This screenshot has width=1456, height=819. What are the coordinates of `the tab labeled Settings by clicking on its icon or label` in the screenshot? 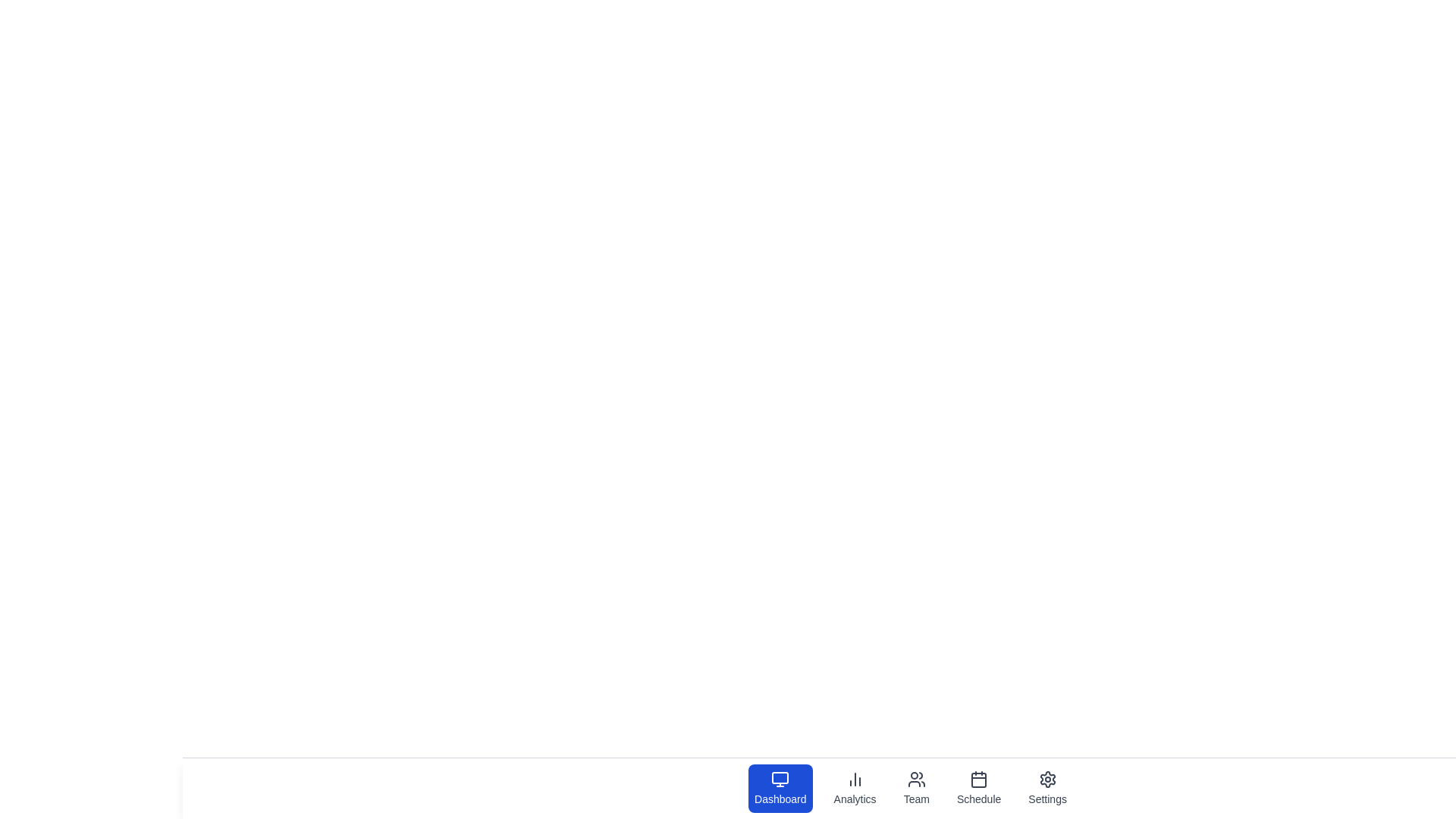 It's located at (1046, 788).